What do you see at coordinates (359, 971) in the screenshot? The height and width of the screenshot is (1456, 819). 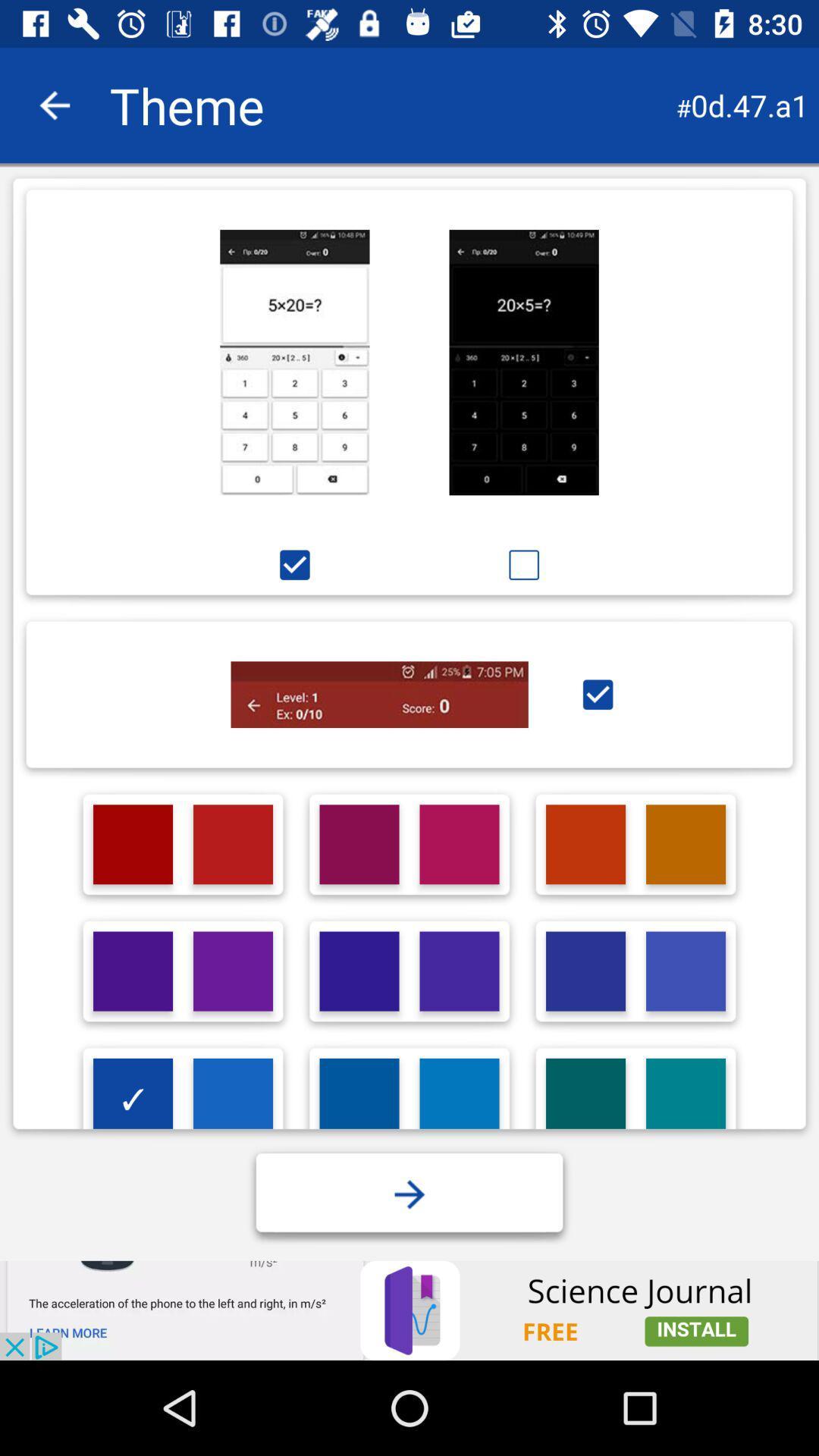 I see `colour option` at bounding box center [359, 971].